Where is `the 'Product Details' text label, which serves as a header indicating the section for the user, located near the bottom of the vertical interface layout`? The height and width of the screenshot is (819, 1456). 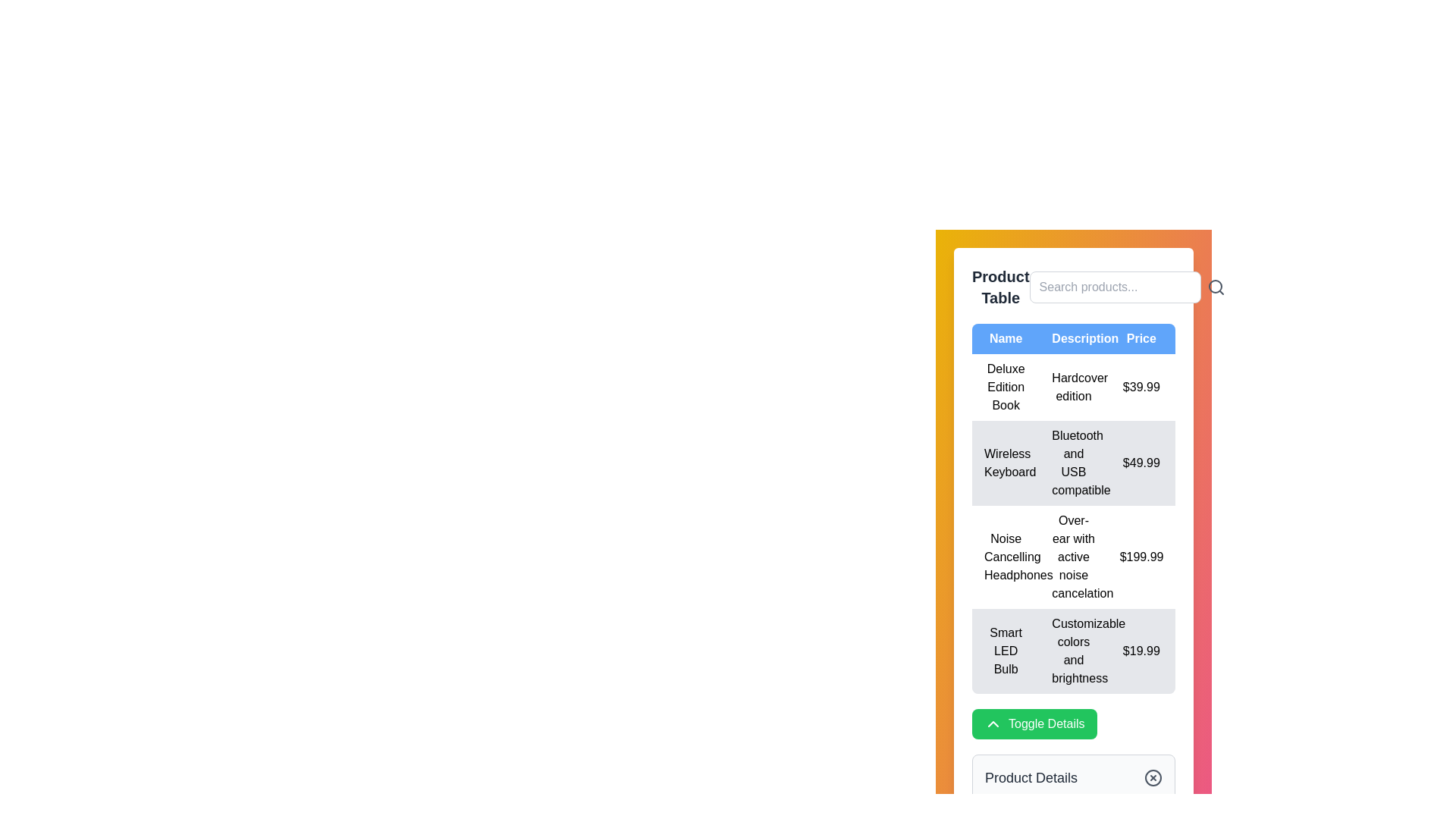
the 'Product Details' text label, which serves as a header indicating the section for the user, located near the bottom of the vertical interface layout is located at coordinates (1031, 778).